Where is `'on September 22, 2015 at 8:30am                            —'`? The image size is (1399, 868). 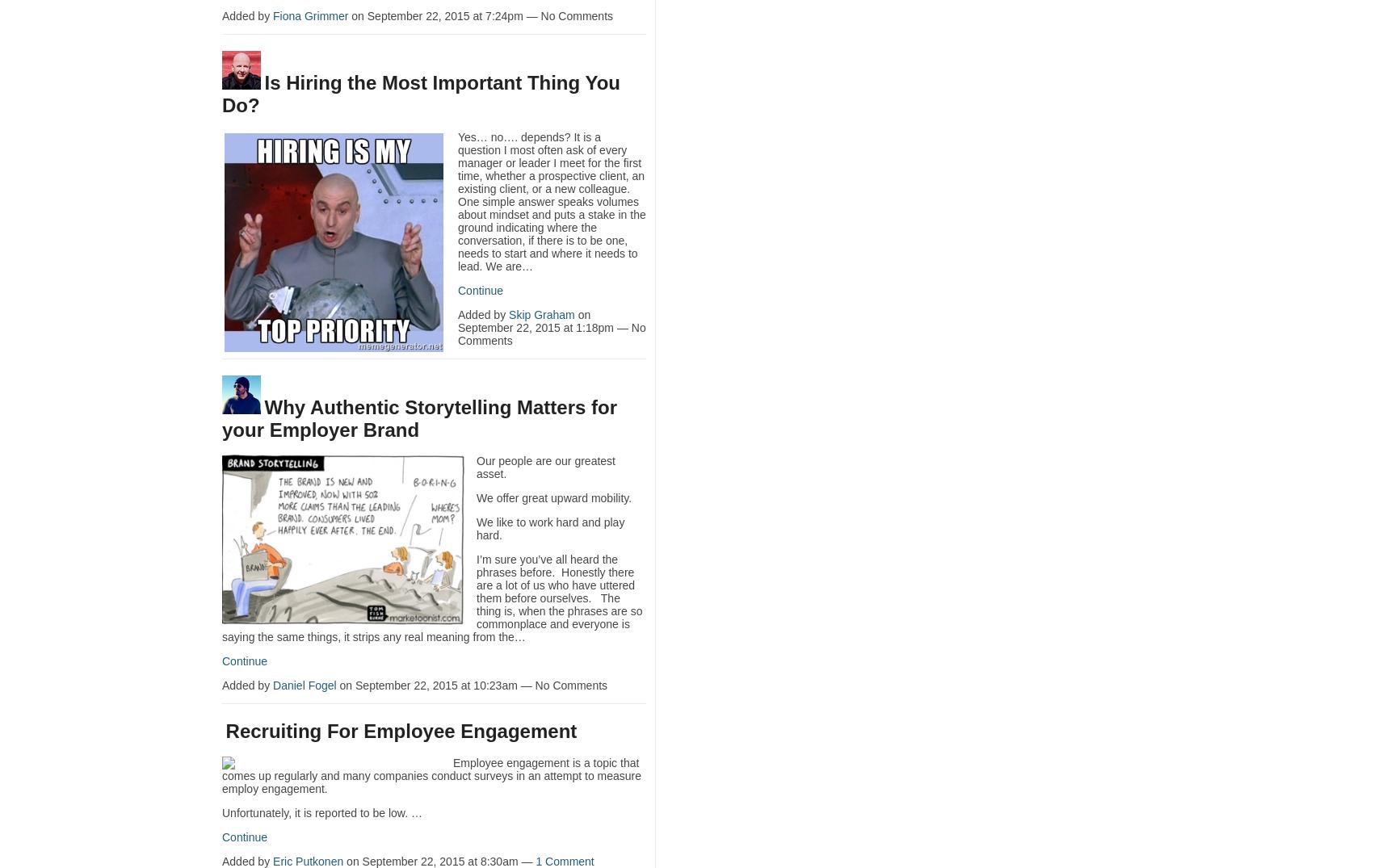
'on September 22, 2015 at 8:30am                            —' is located at coordinates (439, 860).